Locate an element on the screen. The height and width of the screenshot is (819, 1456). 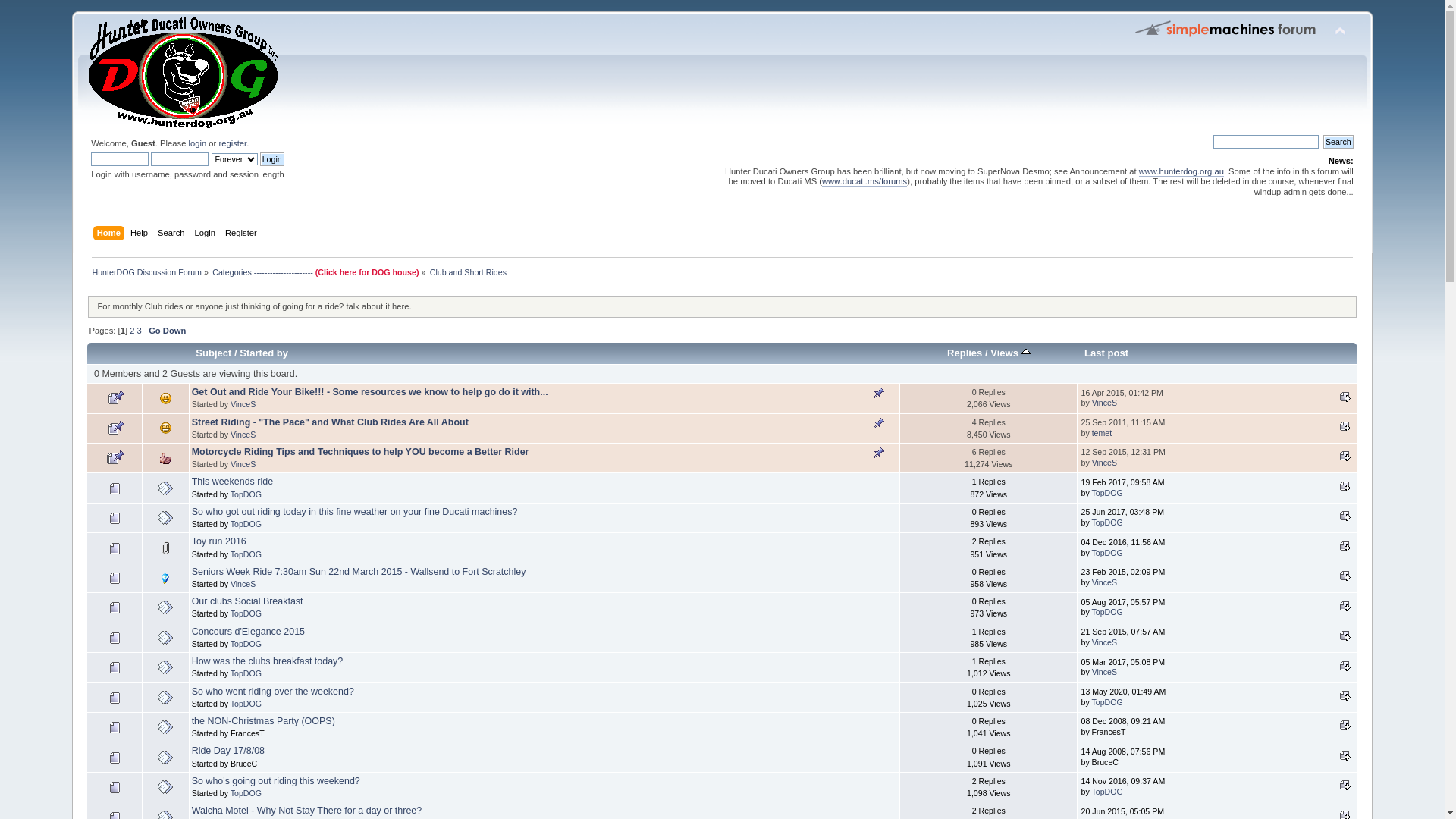
'Club and Short Rides' is located at coordinates (467, 271).